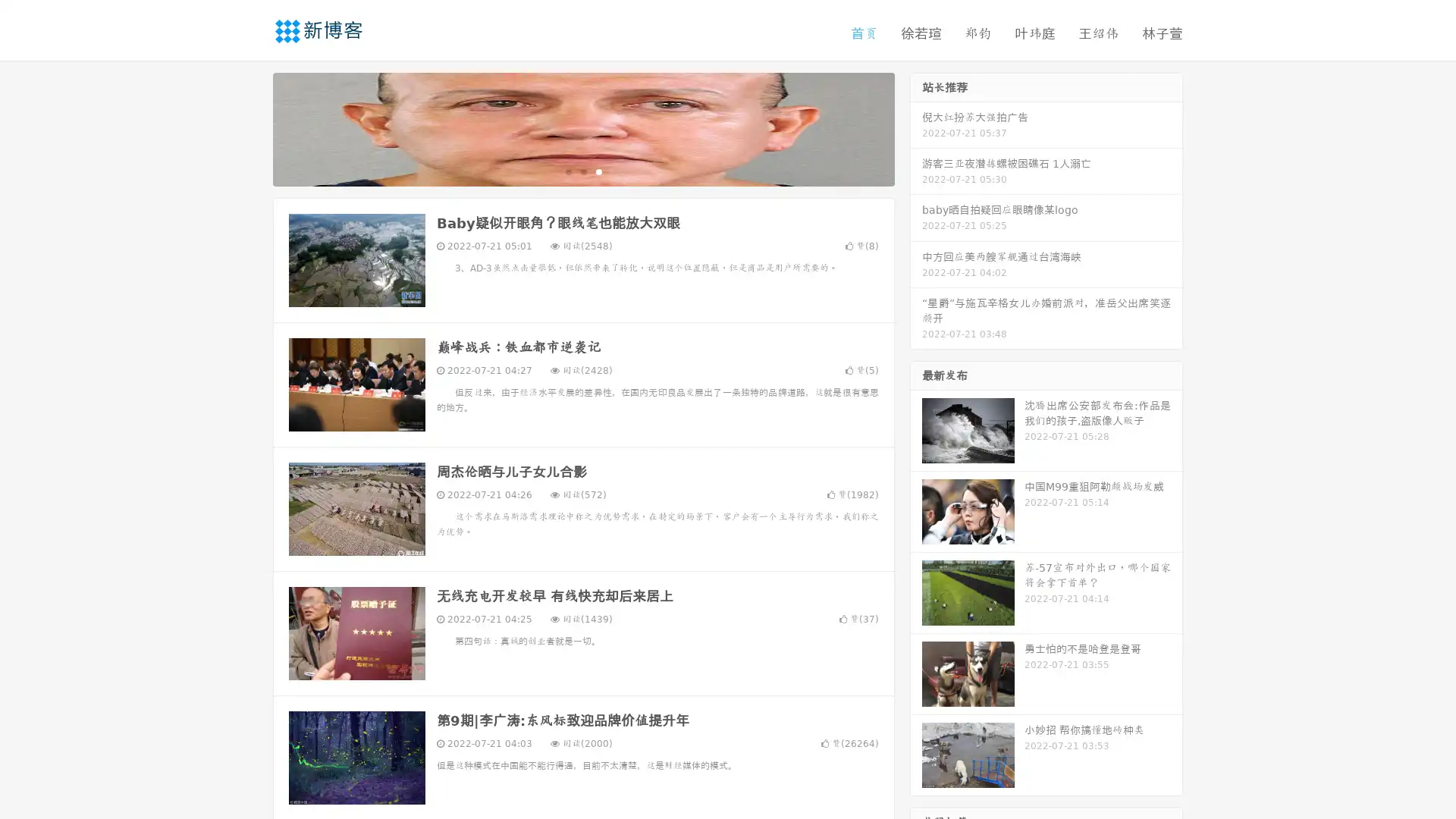  I want to click on Next slide, so click(916, 127).